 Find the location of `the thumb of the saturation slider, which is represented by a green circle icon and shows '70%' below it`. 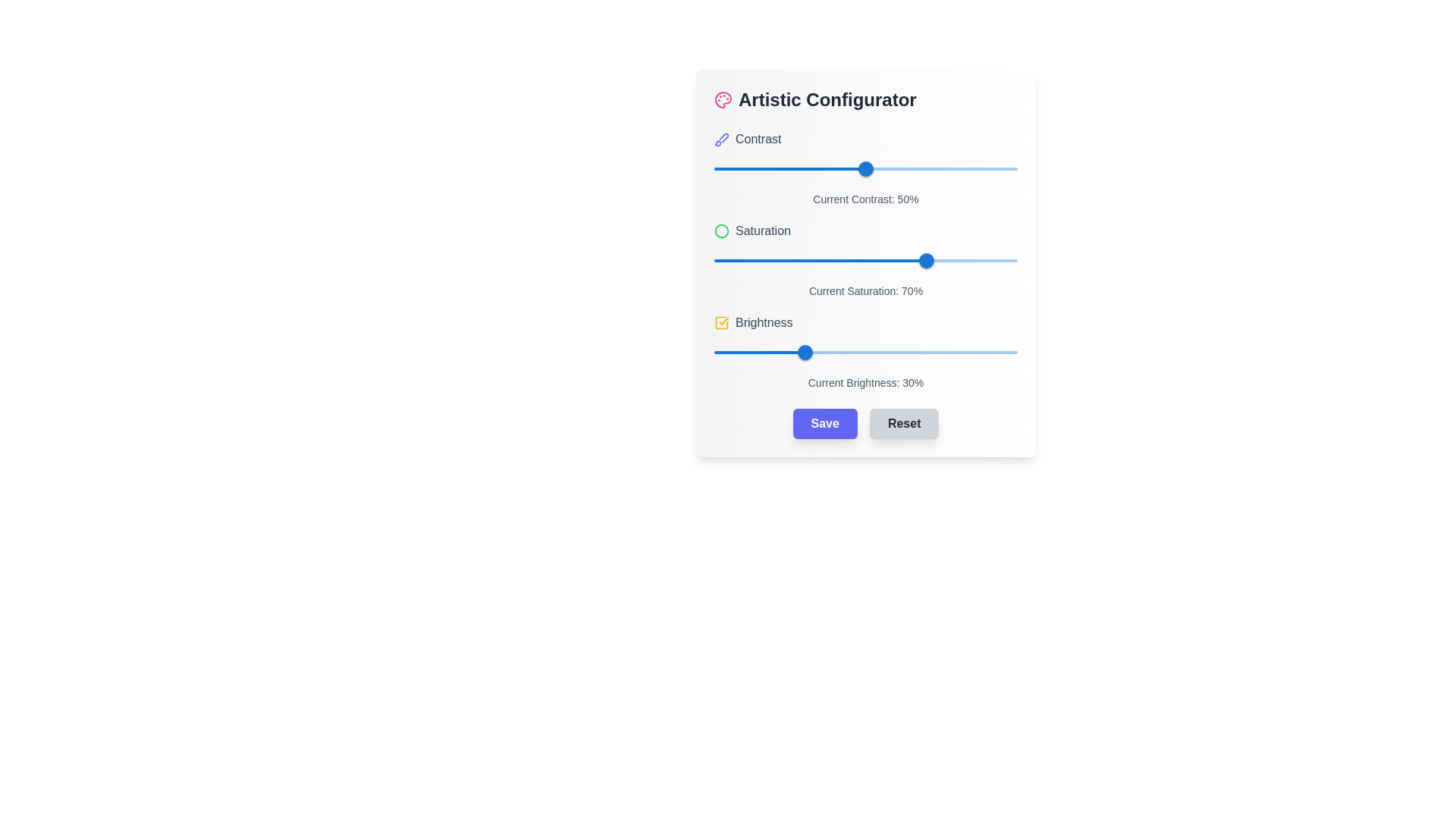

the thumb of the saturation slider, which is represented by a green circle icon and shows '70%' below it is located at coordinates (866, 259).